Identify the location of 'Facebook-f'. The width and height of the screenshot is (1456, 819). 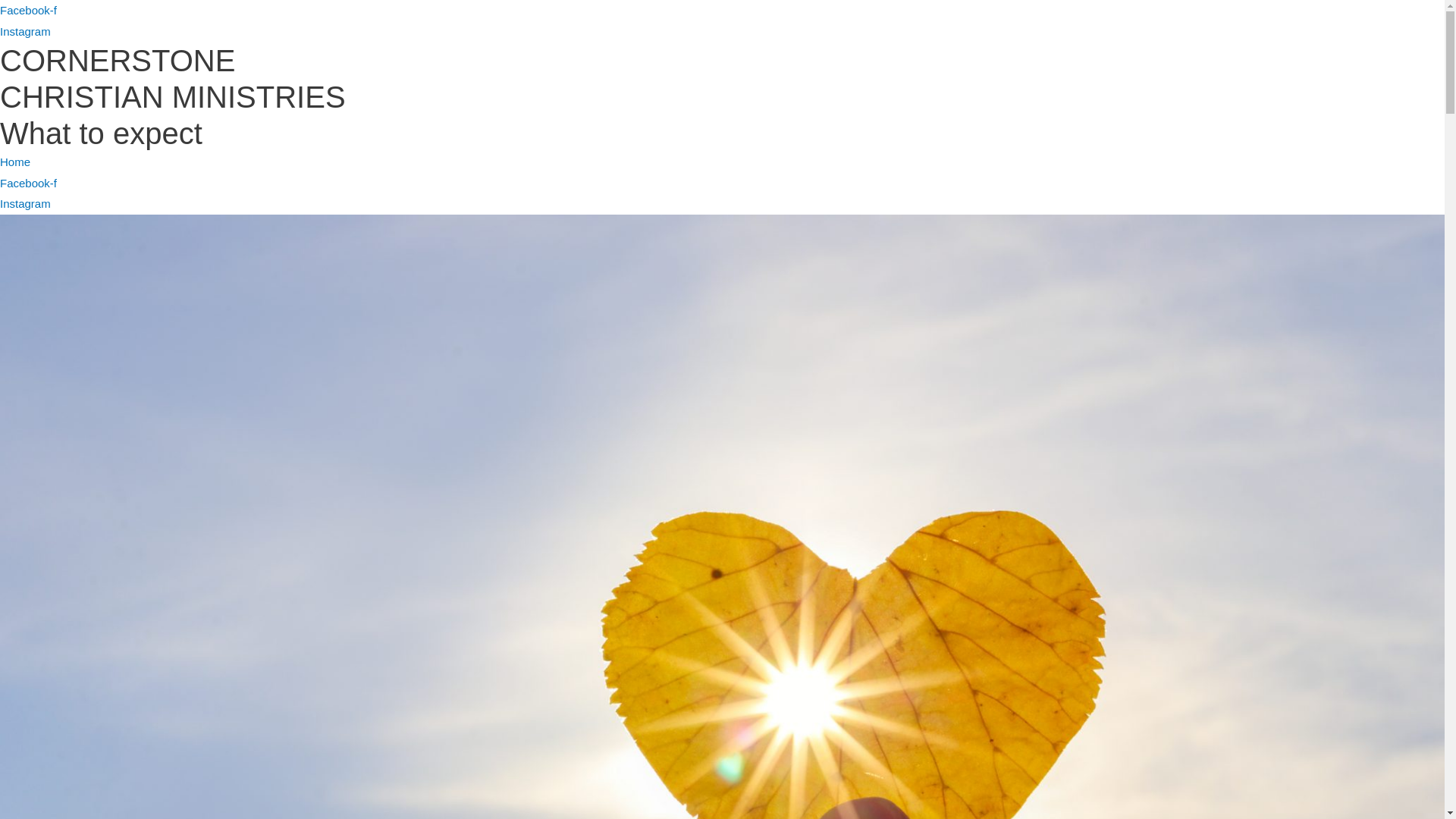
(28, 182).